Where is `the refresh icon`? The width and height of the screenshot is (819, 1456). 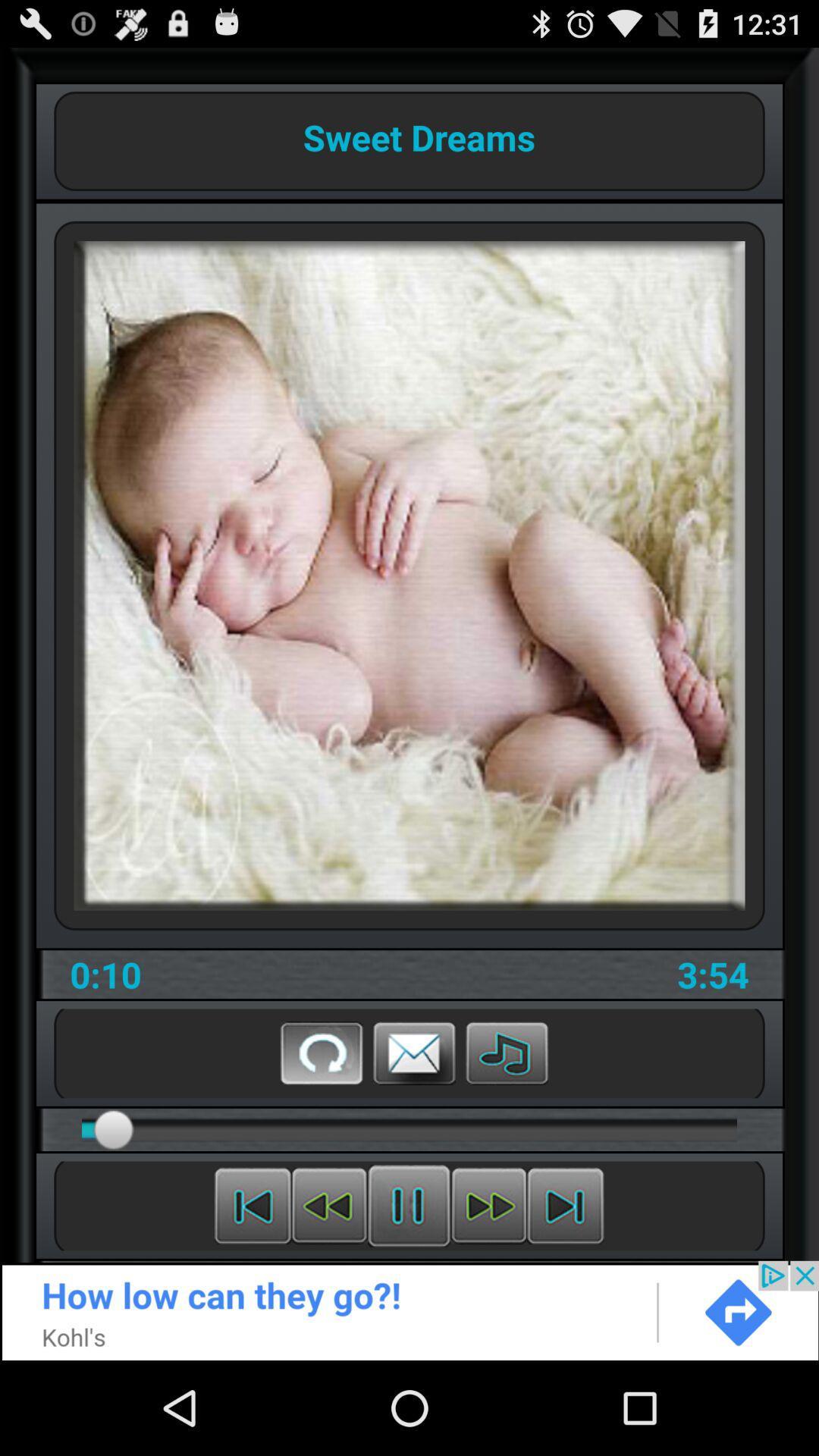
the refresh icon is located at coordinates (321, 1127).